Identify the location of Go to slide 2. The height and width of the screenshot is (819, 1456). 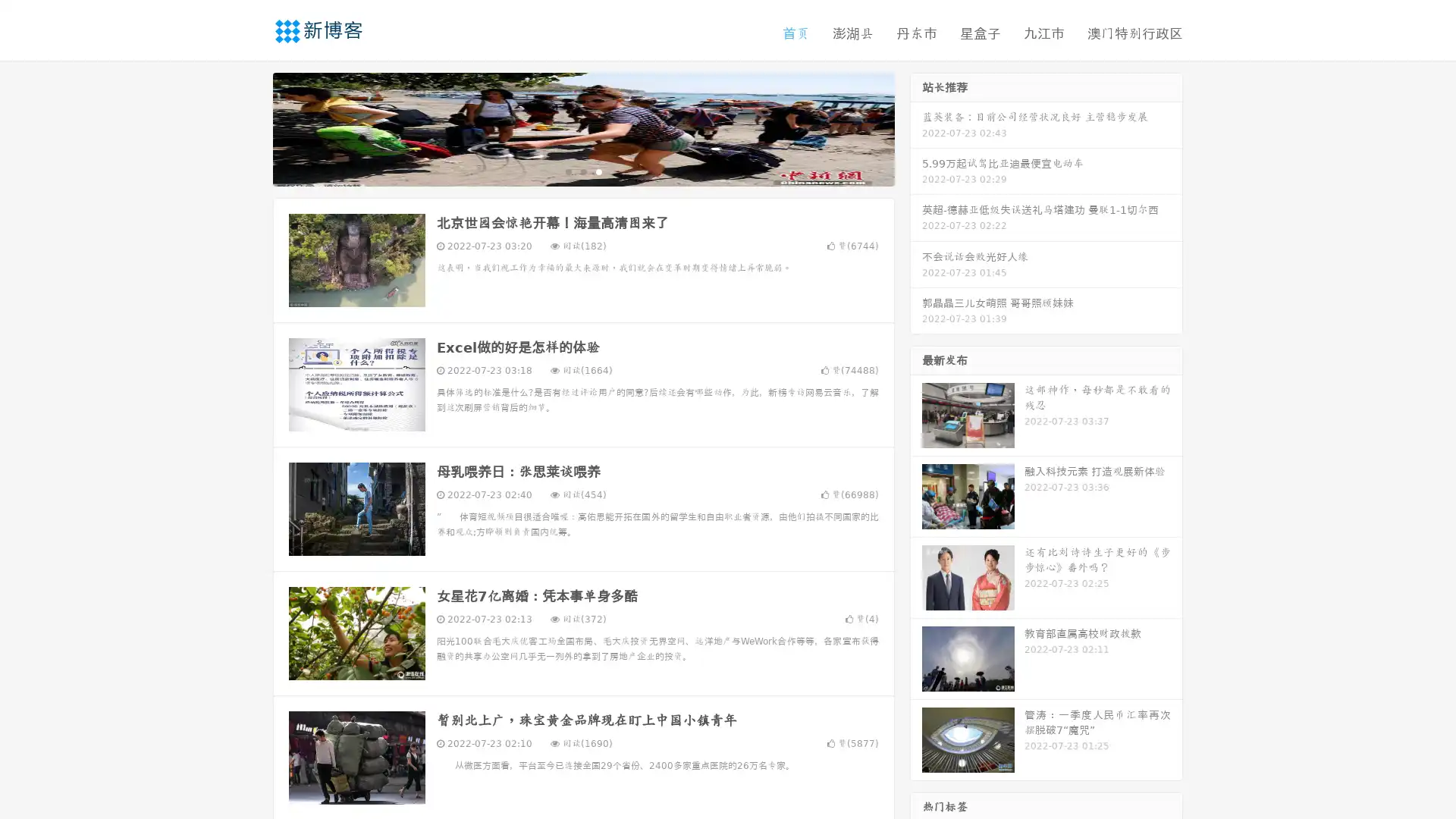
(582, 171).